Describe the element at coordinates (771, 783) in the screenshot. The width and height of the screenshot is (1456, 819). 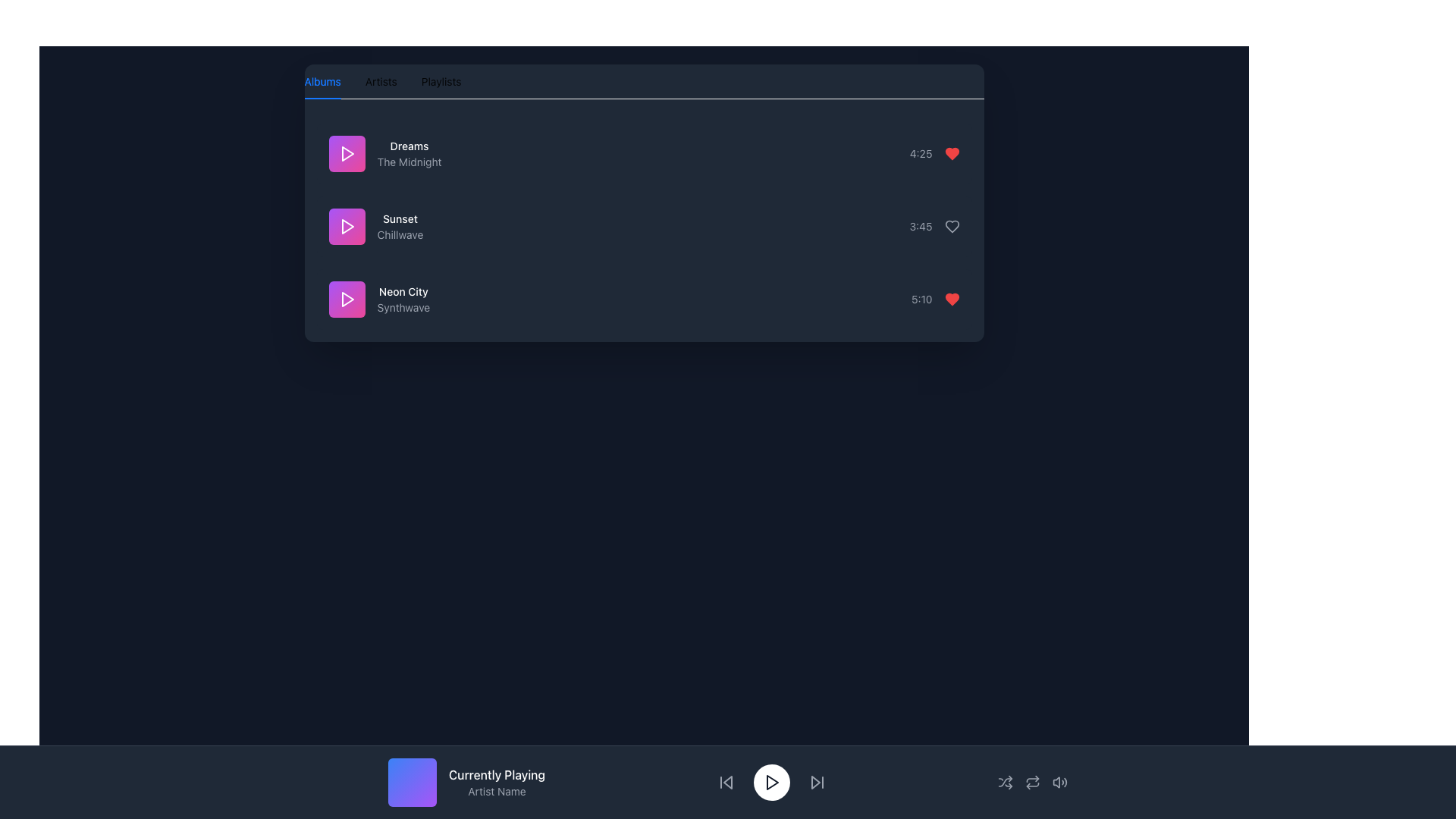
I see `the circular play button with a white background and a bold play icon` at that location.